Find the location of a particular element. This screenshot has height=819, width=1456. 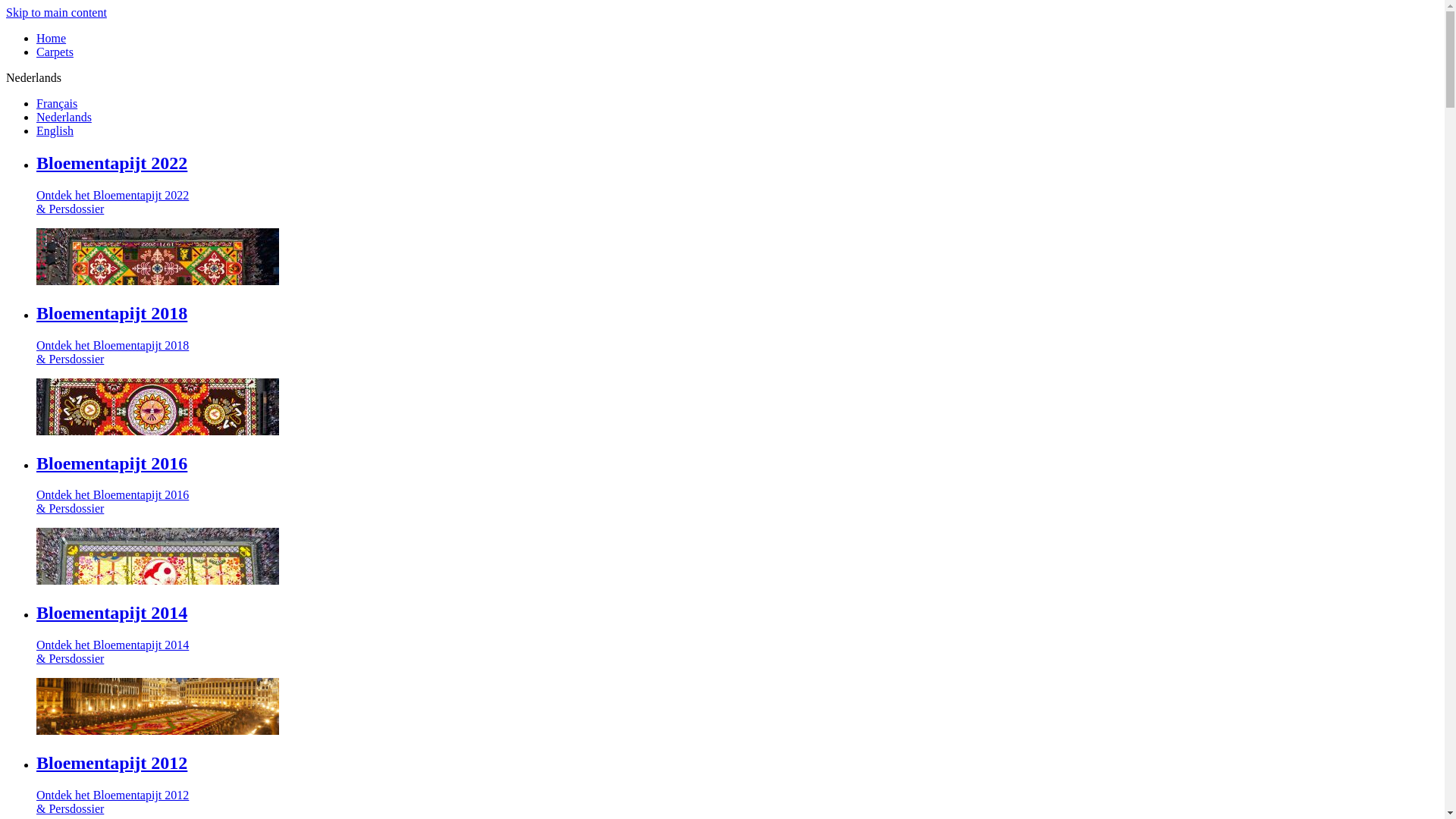

'Nederlands' is located at coordinates (63, 116).